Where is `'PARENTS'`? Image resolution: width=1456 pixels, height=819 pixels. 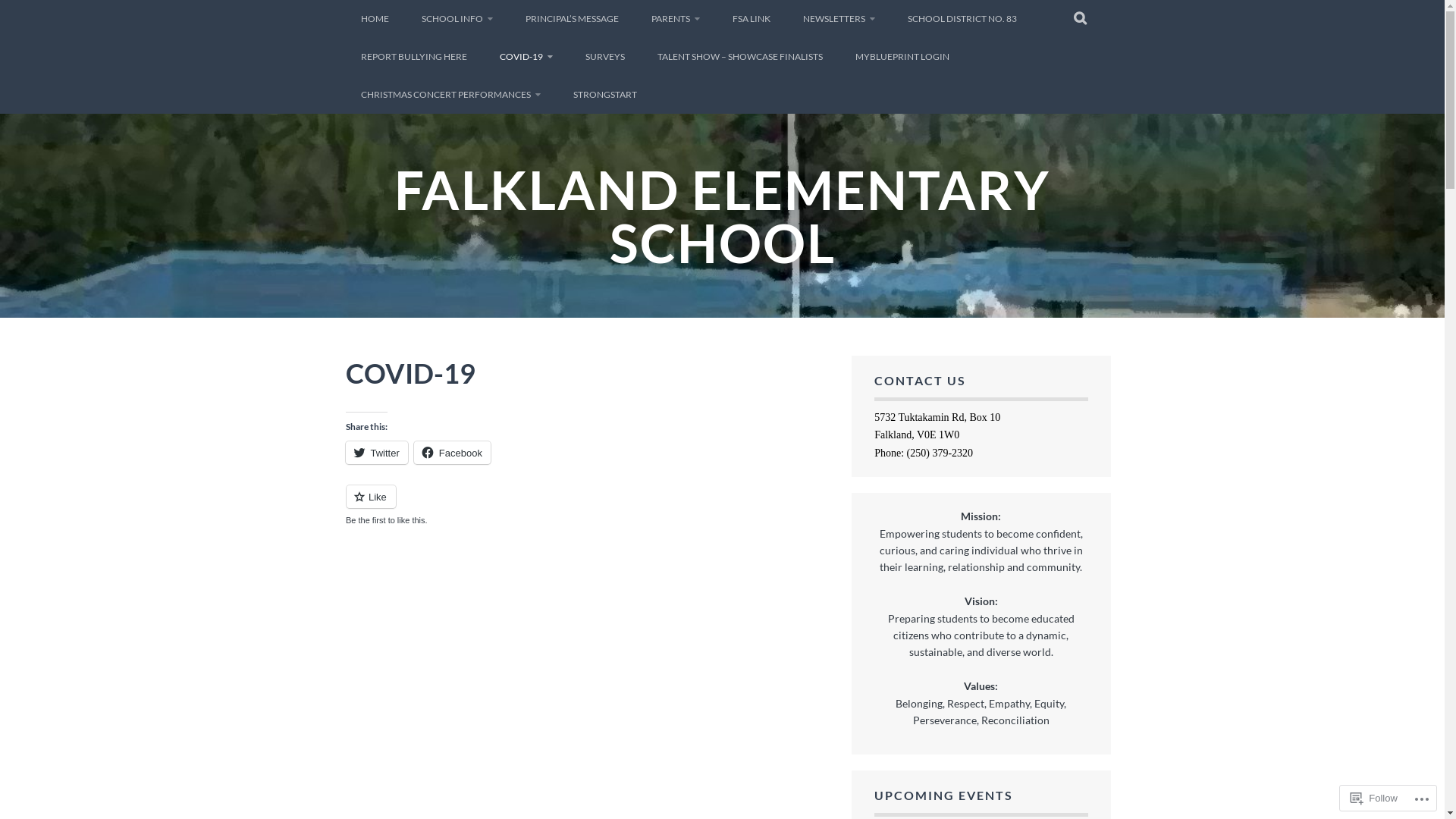 'PARENTS' is located at coordinates (635, 18).